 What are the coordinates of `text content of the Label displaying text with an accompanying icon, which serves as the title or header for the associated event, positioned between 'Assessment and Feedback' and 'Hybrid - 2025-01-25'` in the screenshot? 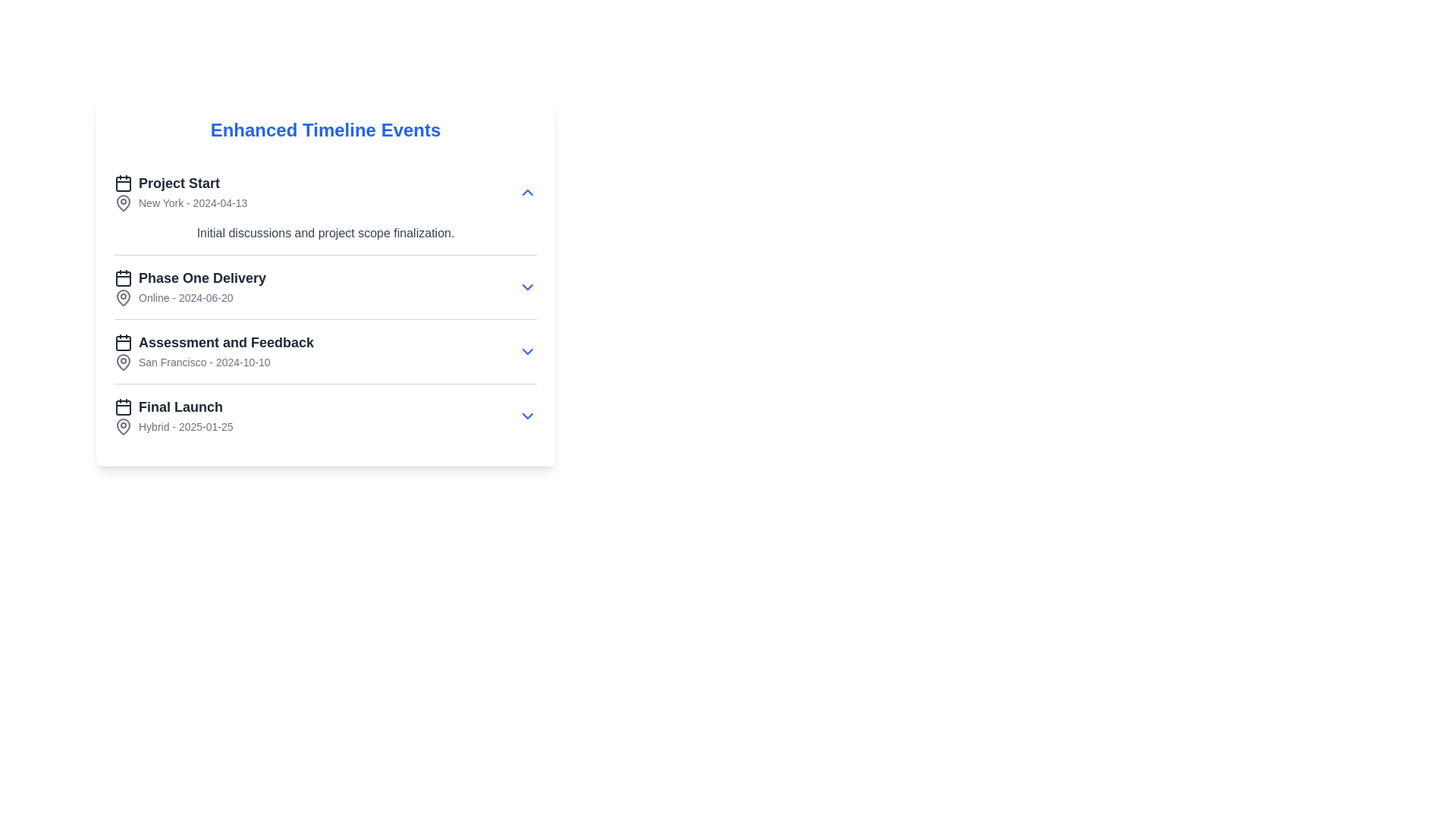 It's located at (174, 406).